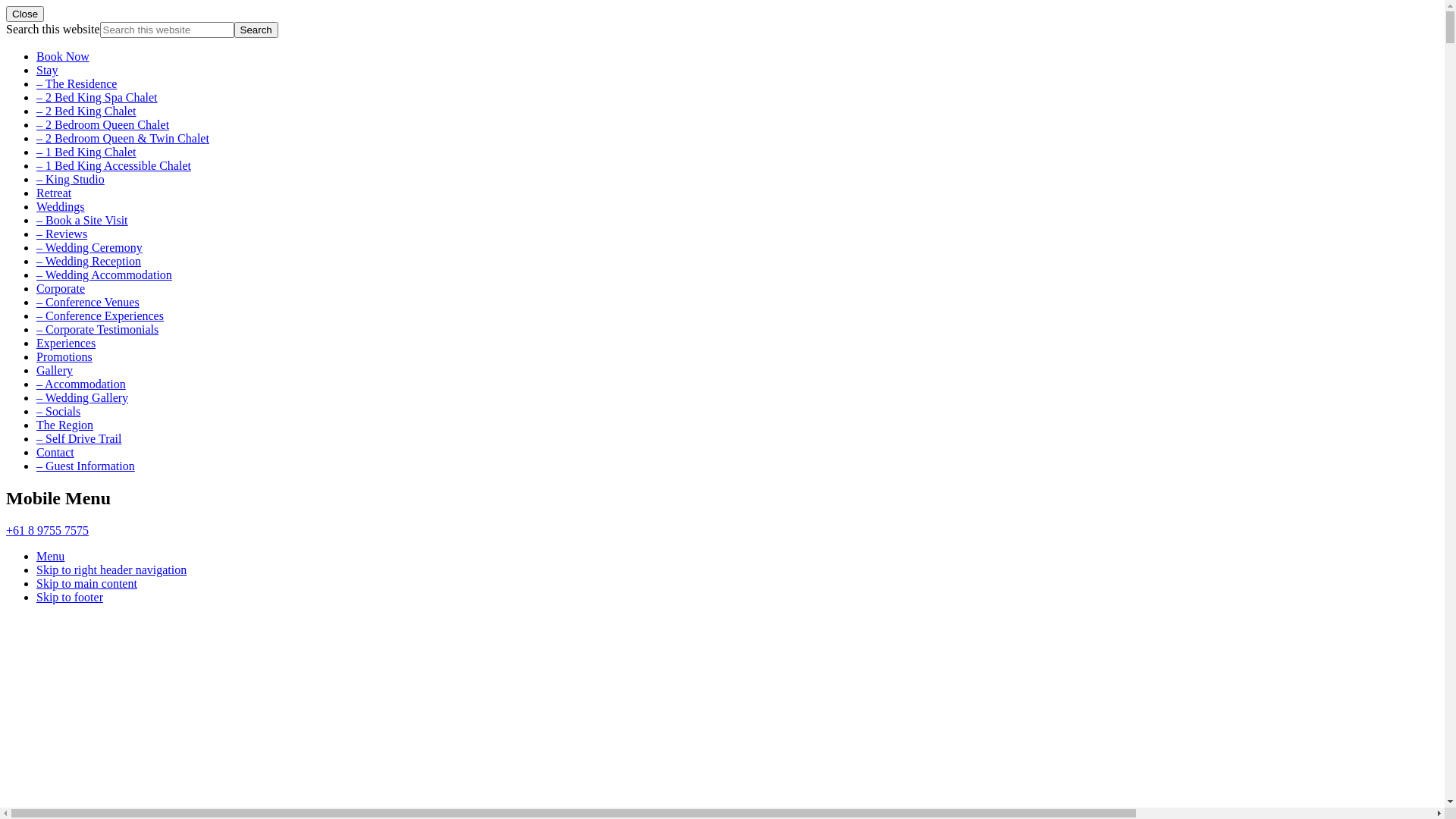 The image size is (1456, 819). Describe the element at coordinates (55, 451) in the screenshot. I see `'Contact'` at that location.